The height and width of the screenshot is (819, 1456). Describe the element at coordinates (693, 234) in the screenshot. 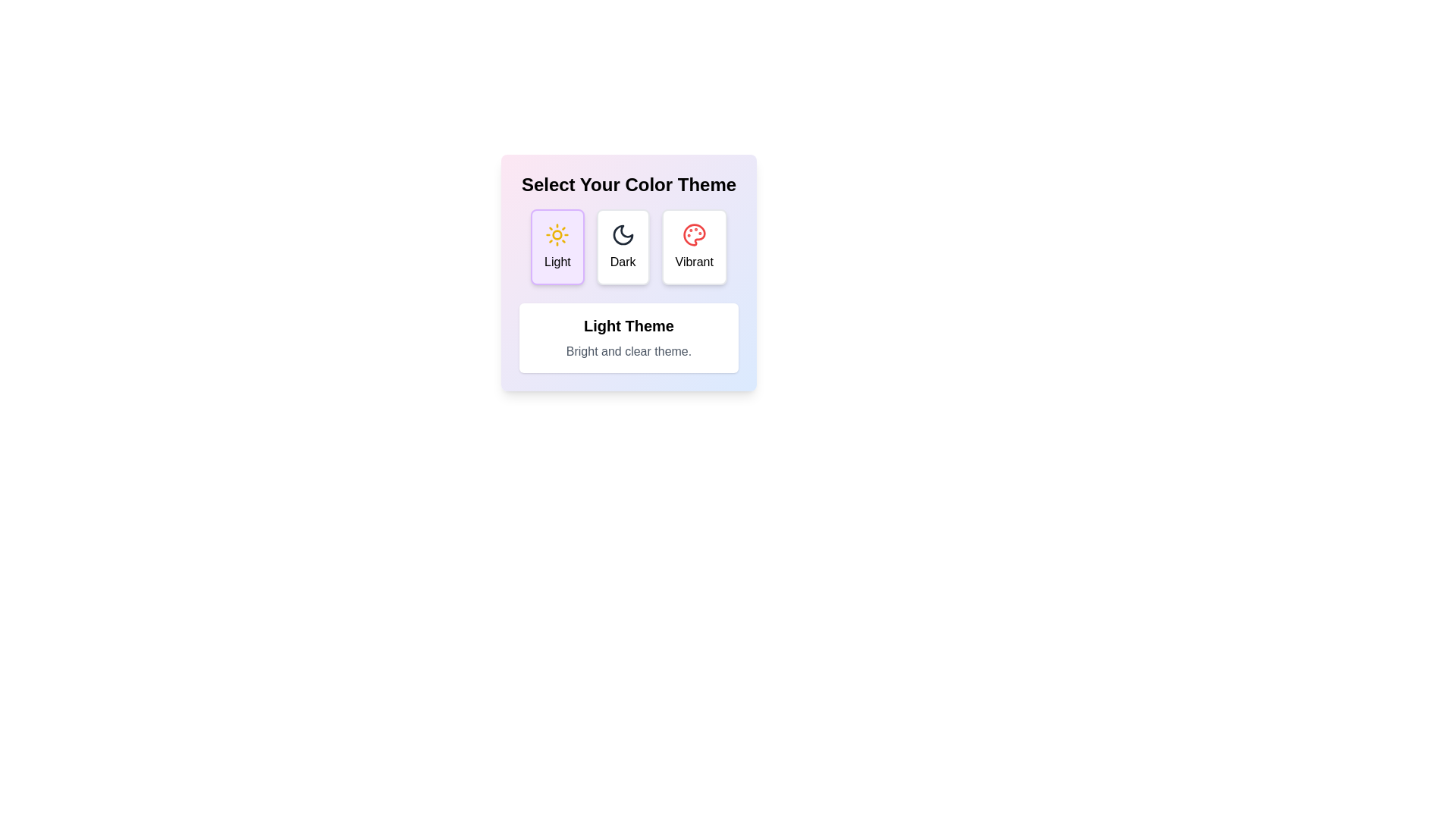

I see `the 'Vibrant' theme icon located in the top half of the rightmost color-themed card` at that location.